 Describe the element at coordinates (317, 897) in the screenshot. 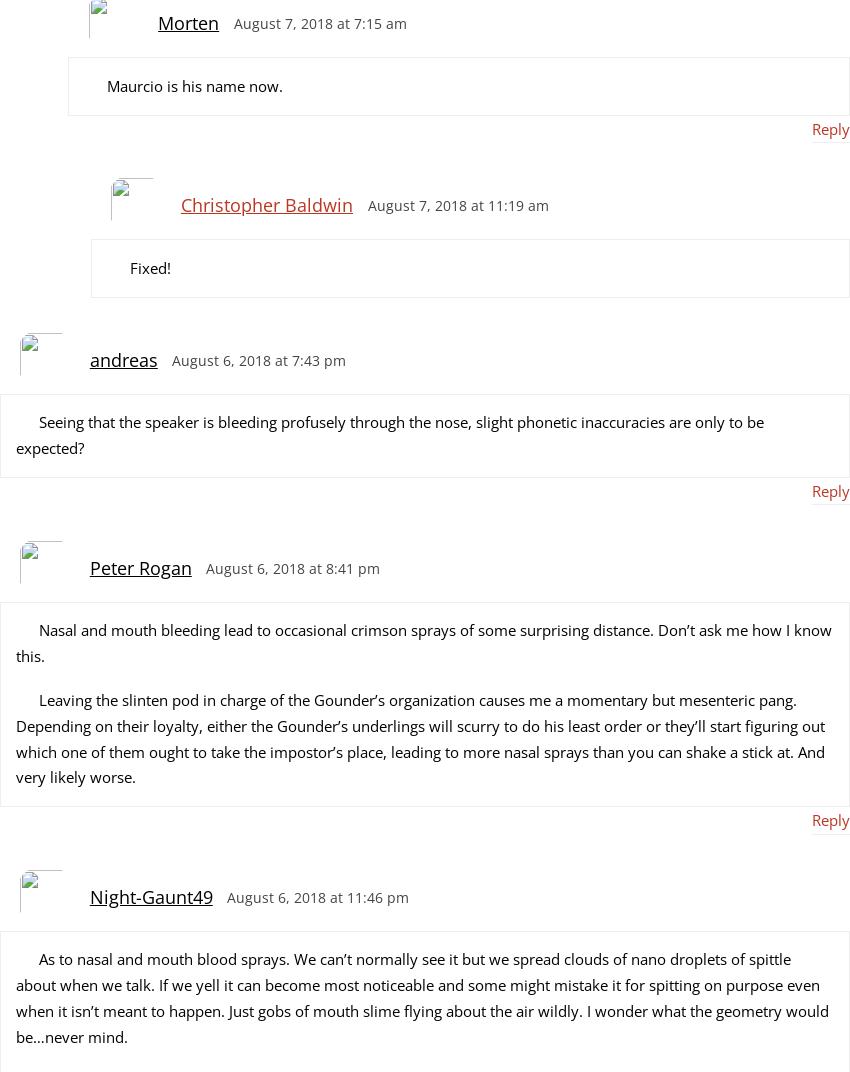

I see `'August 6, 2018 at 11:46 pm'` at that location.